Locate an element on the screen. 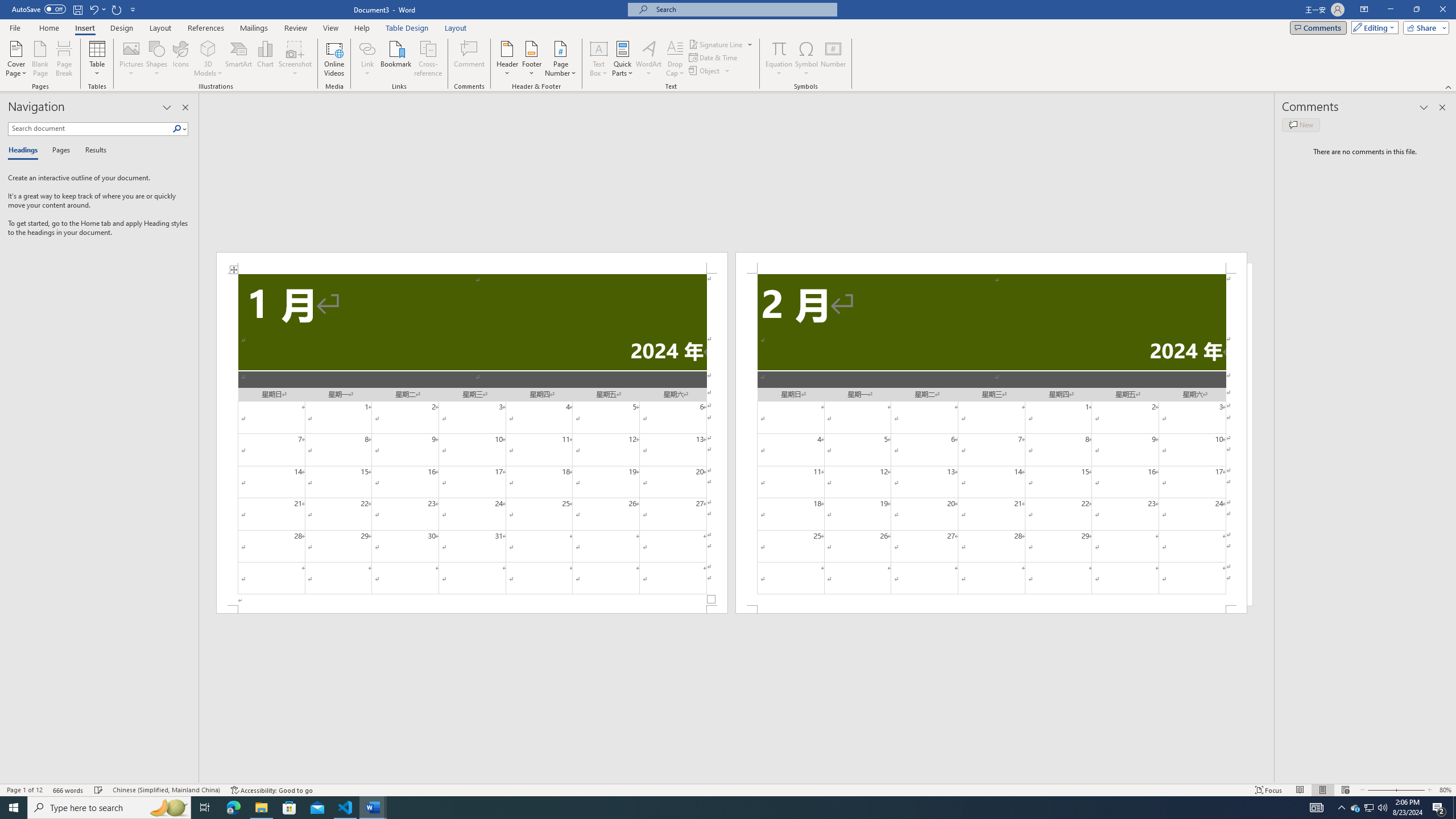 The height and width of the screenshot is (819, 1456). 'Share' is located at coordinates (1423, 27).